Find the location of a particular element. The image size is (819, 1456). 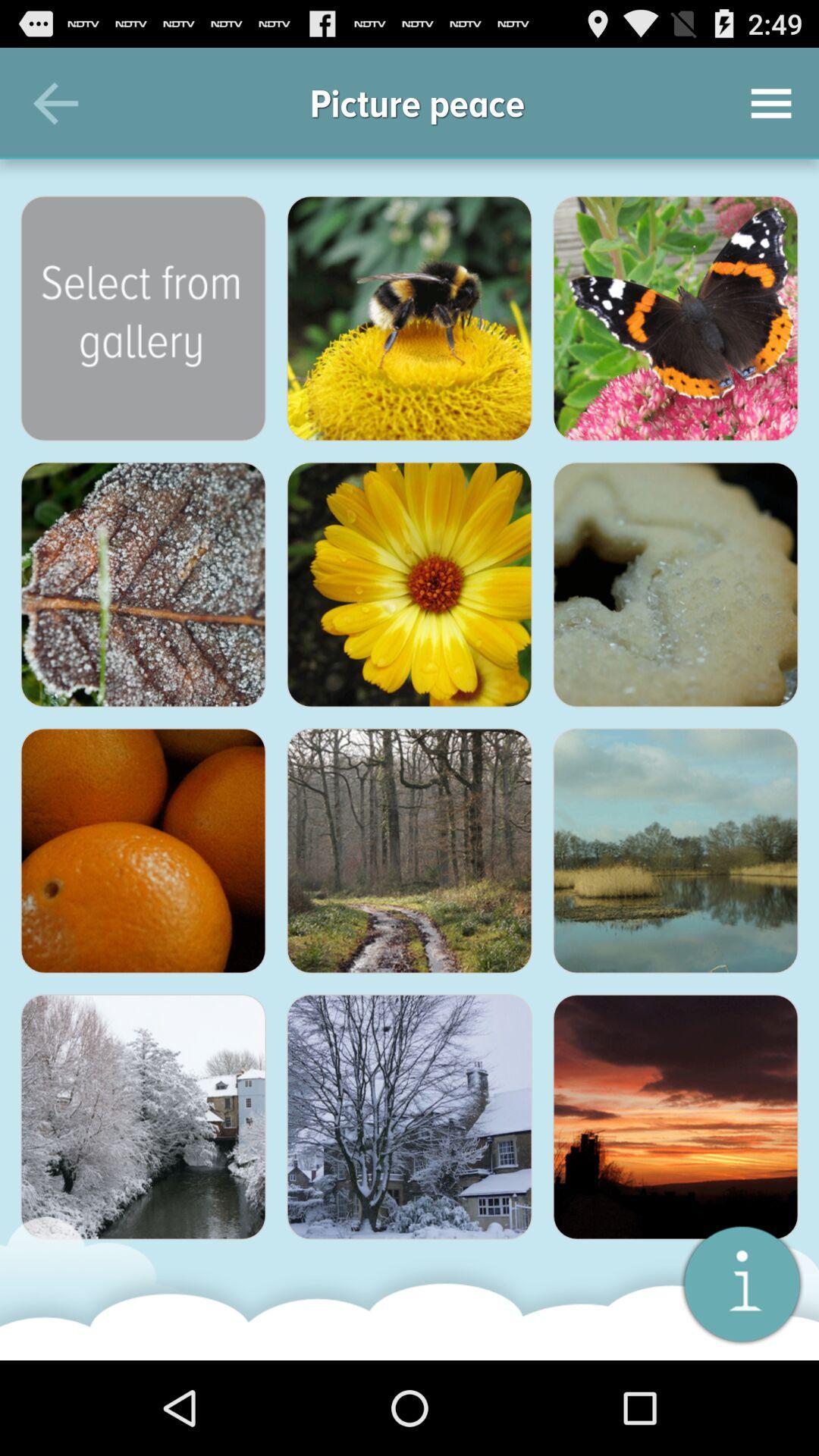

choose this picture is located at coordinates (143, 1117).